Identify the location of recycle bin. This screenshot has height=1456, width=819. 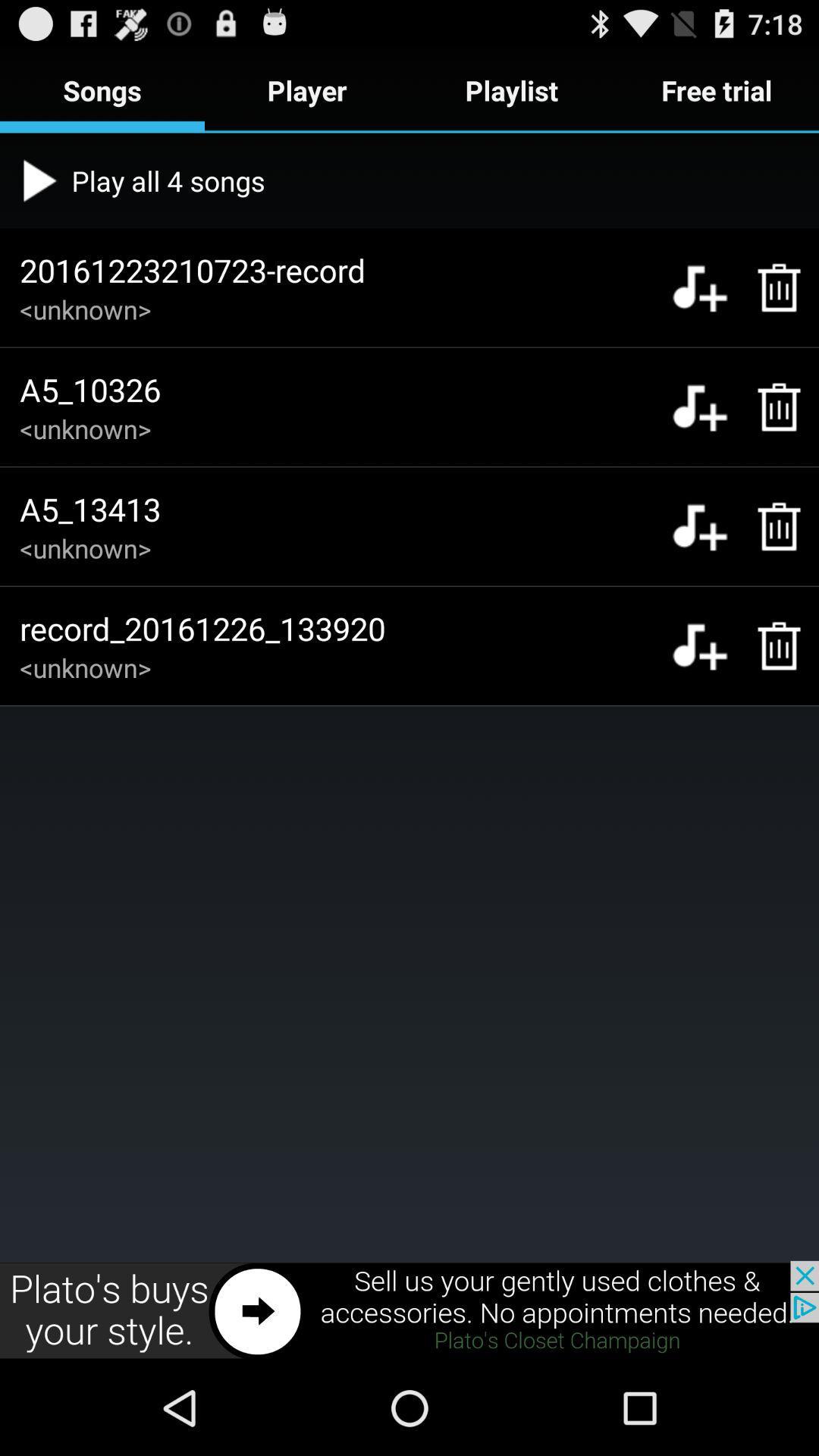
(771, 407).